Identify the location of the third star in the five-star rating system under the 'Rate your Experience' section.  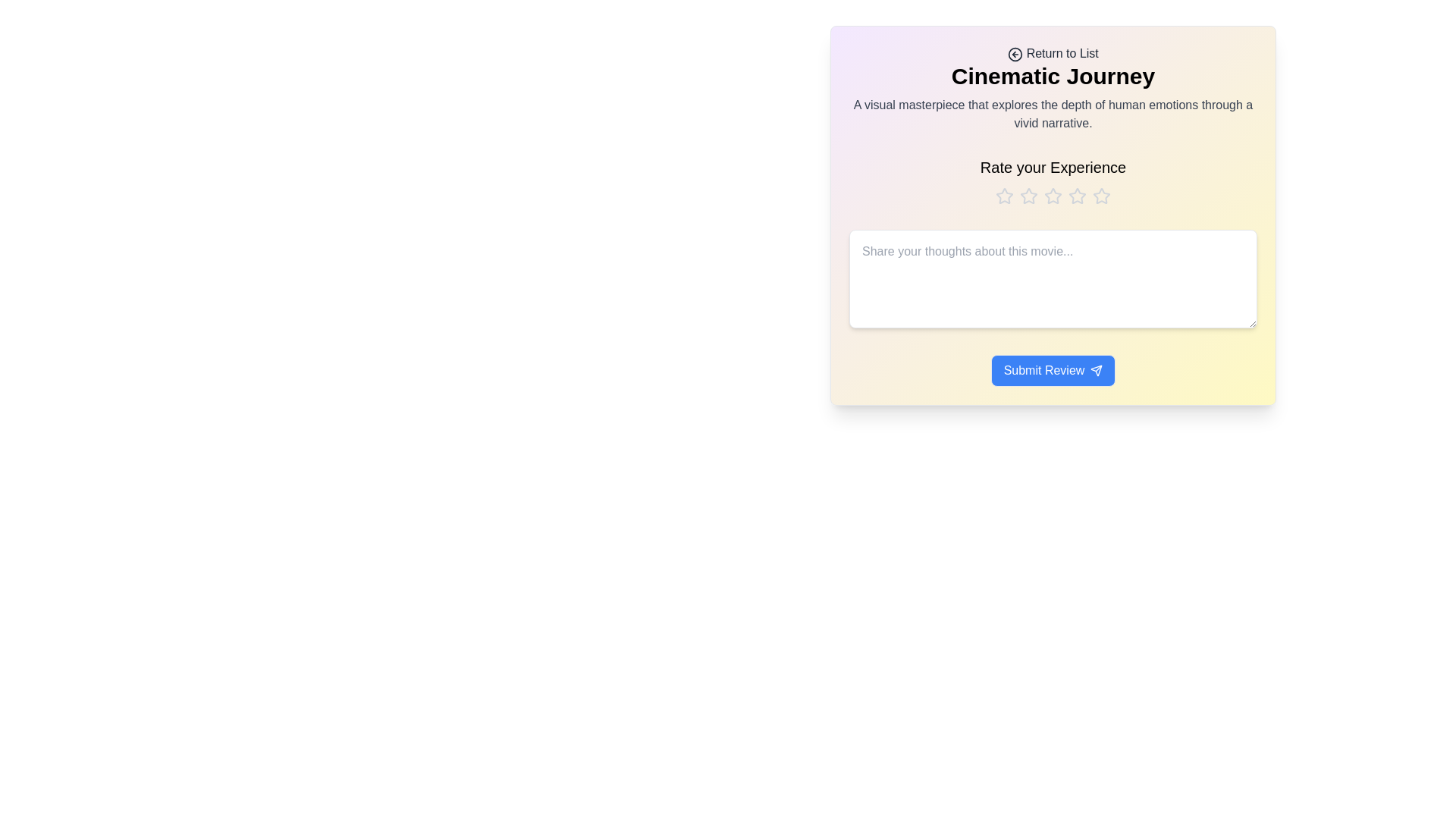
(1052, 195).